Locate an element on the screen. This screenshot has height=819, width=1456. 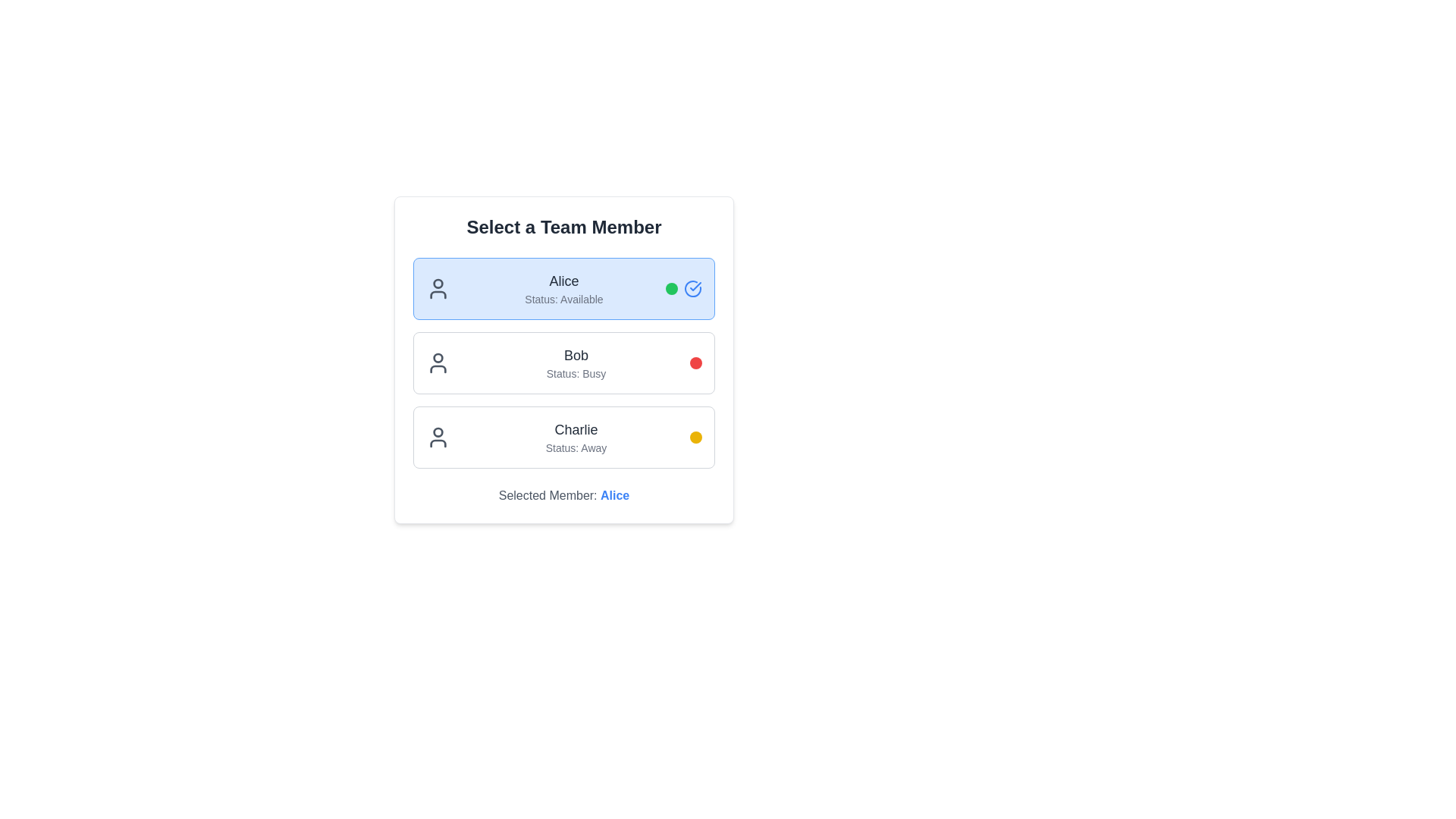
the card in the list of selectable cards is located at coordinates (563, 362).